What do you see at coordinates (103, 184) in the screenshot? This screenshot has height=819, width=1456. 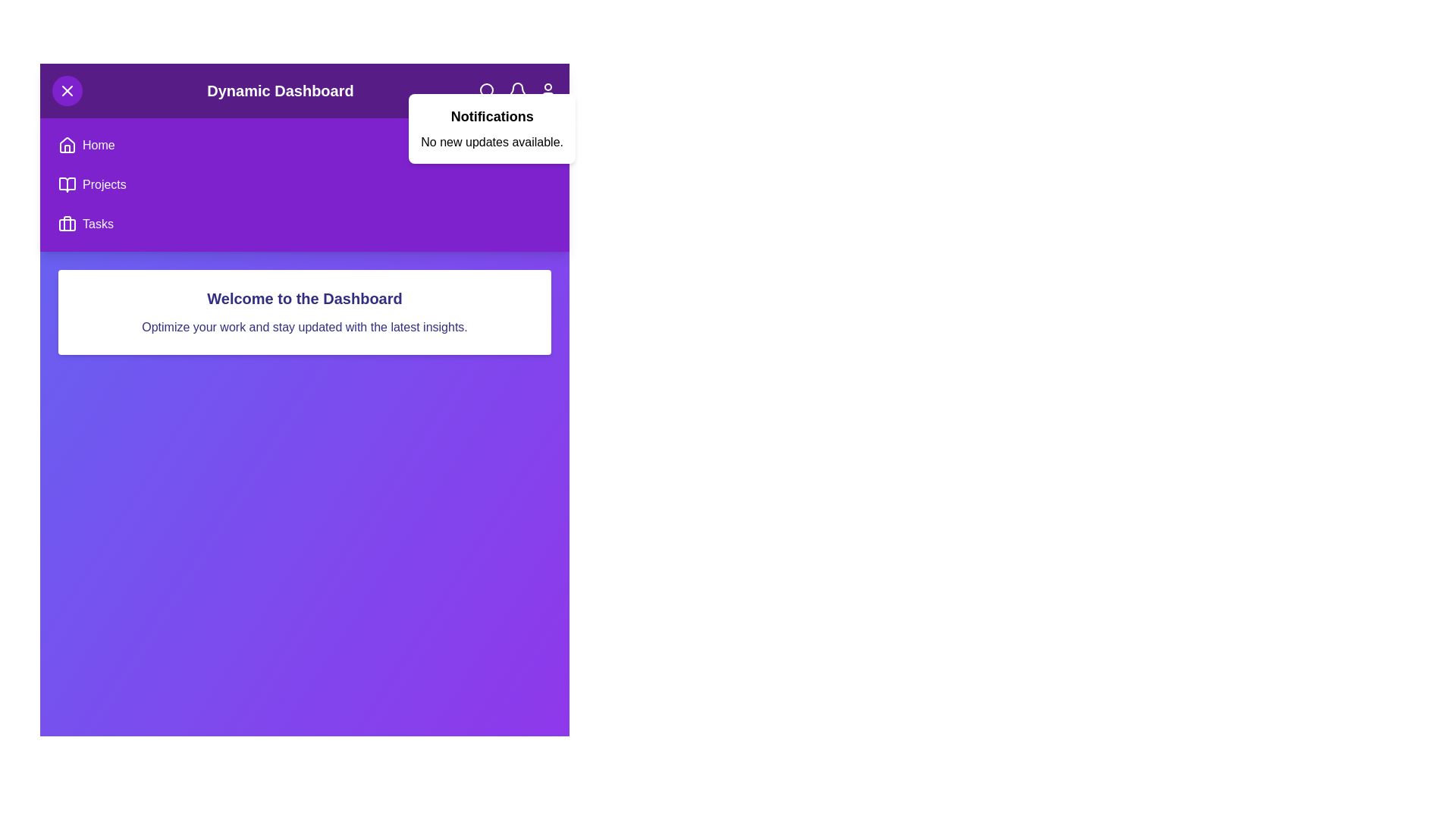 I see `the Projects link in the menu` at bounding box center [103, 184].